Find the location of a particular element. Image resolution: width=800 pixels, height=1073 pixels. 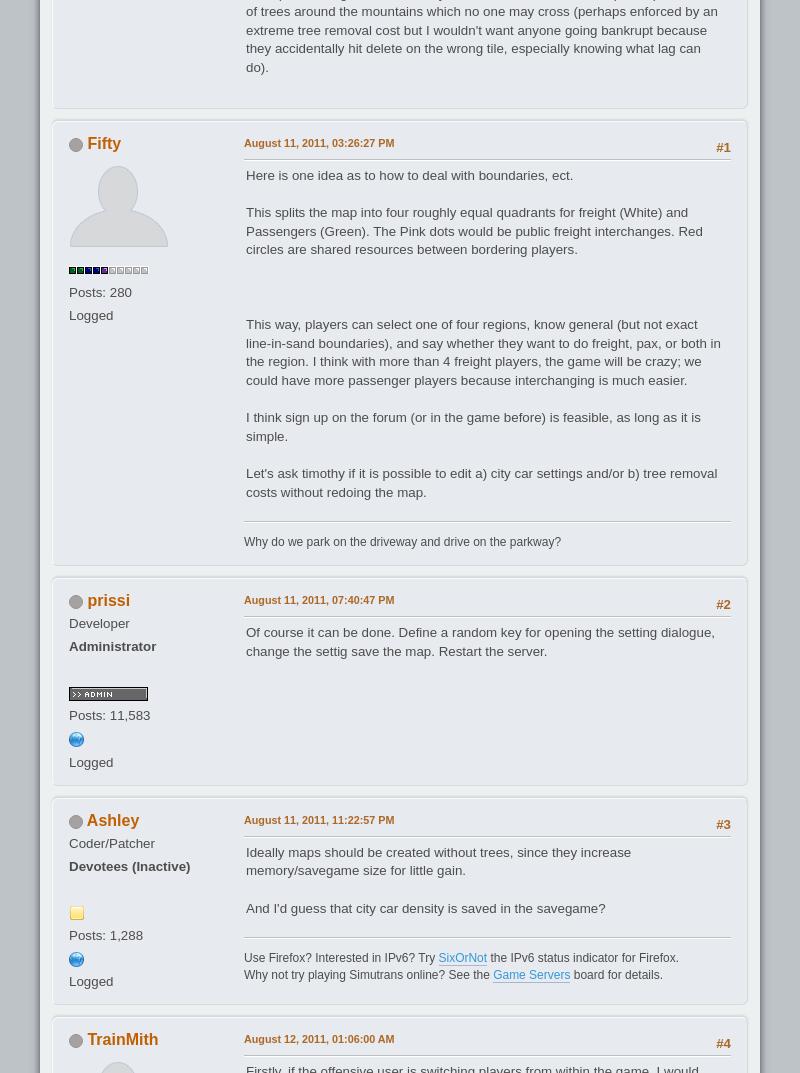

'Posts: 11,583' is located at coordinates (108, 715).